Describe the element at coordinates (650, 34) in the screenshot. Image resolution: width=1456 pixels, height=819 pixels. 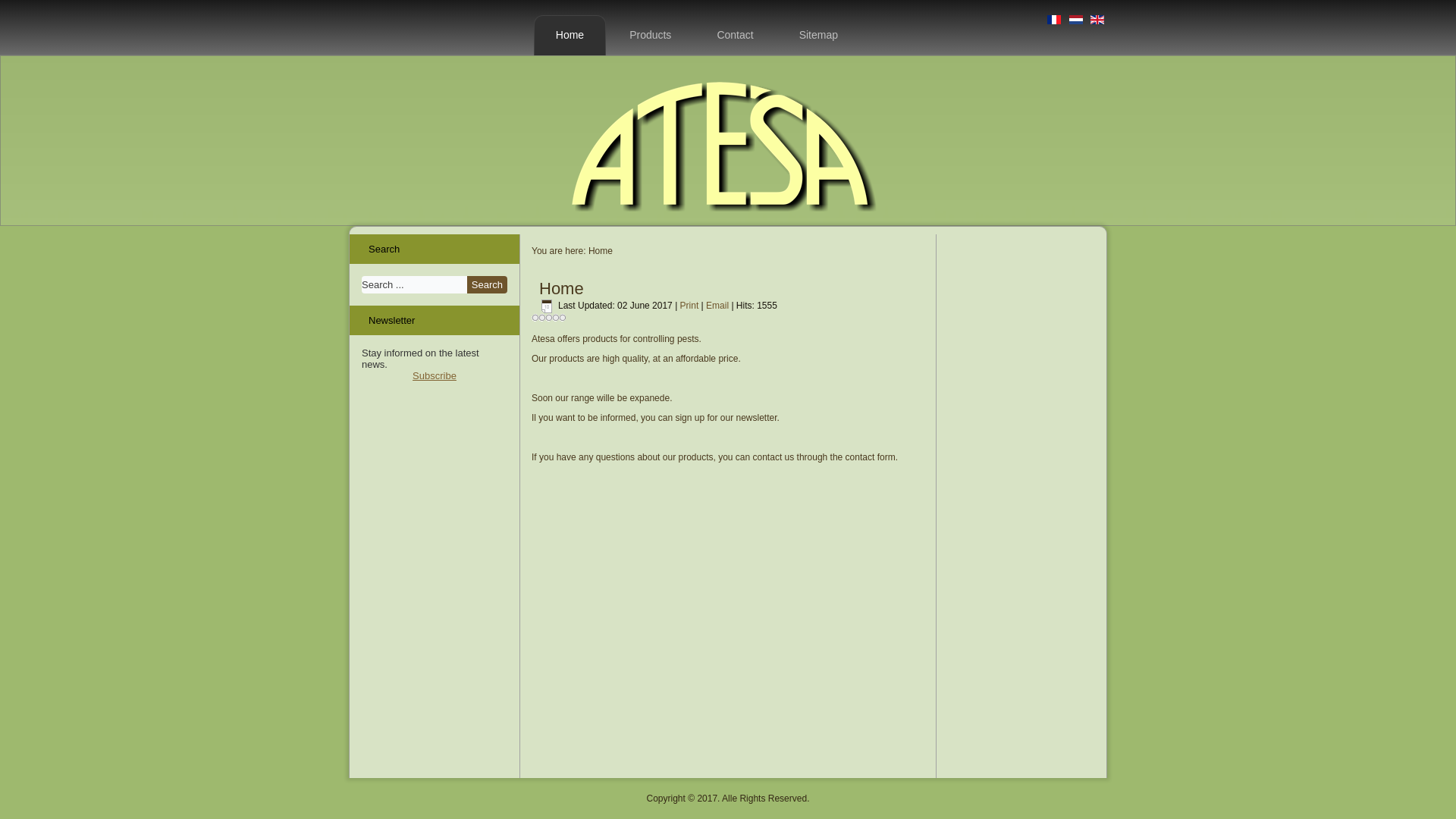
I see `'Products'` at that location.